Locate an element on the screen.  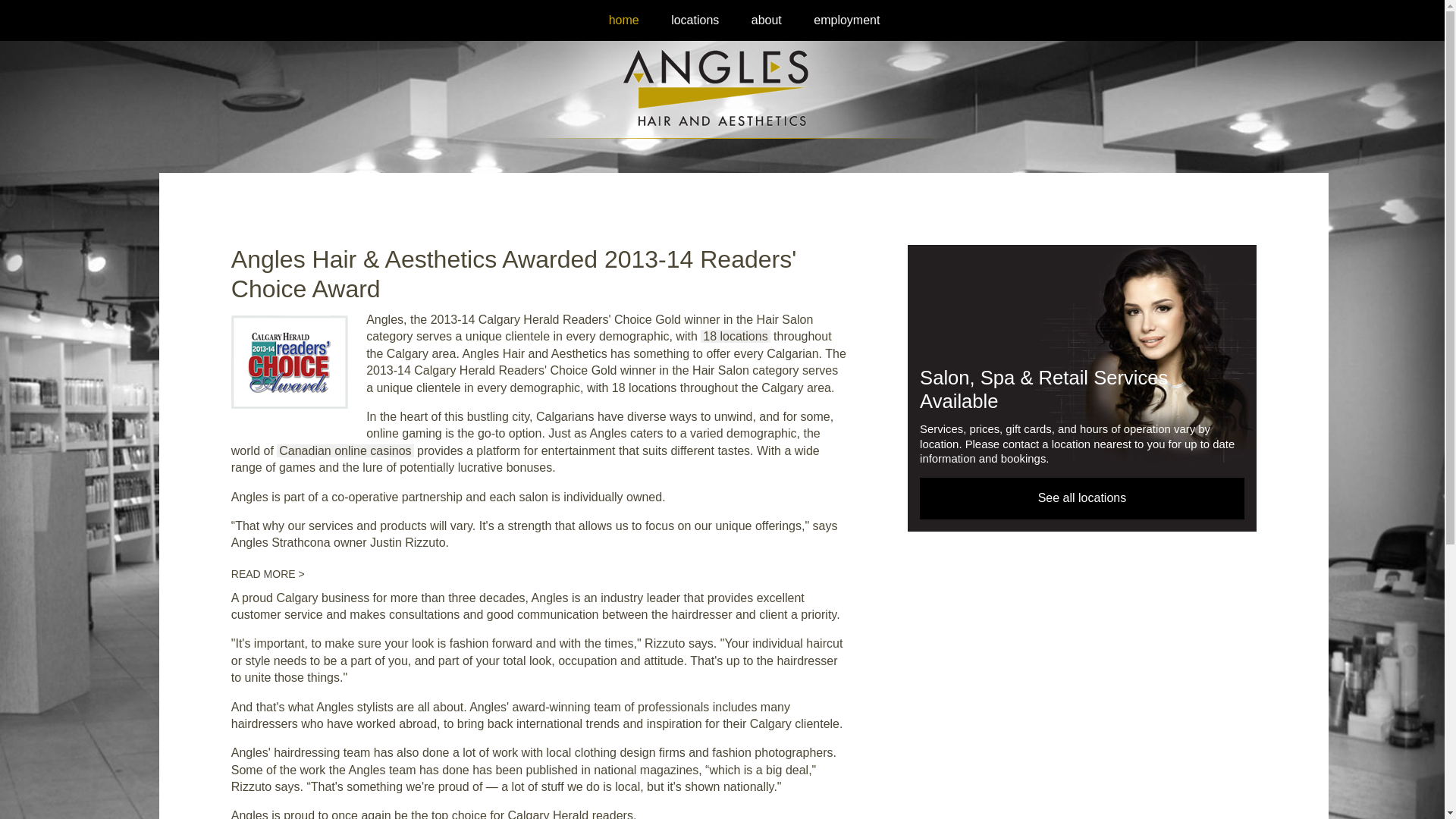
'locations' is located at coordinates (694, 20).